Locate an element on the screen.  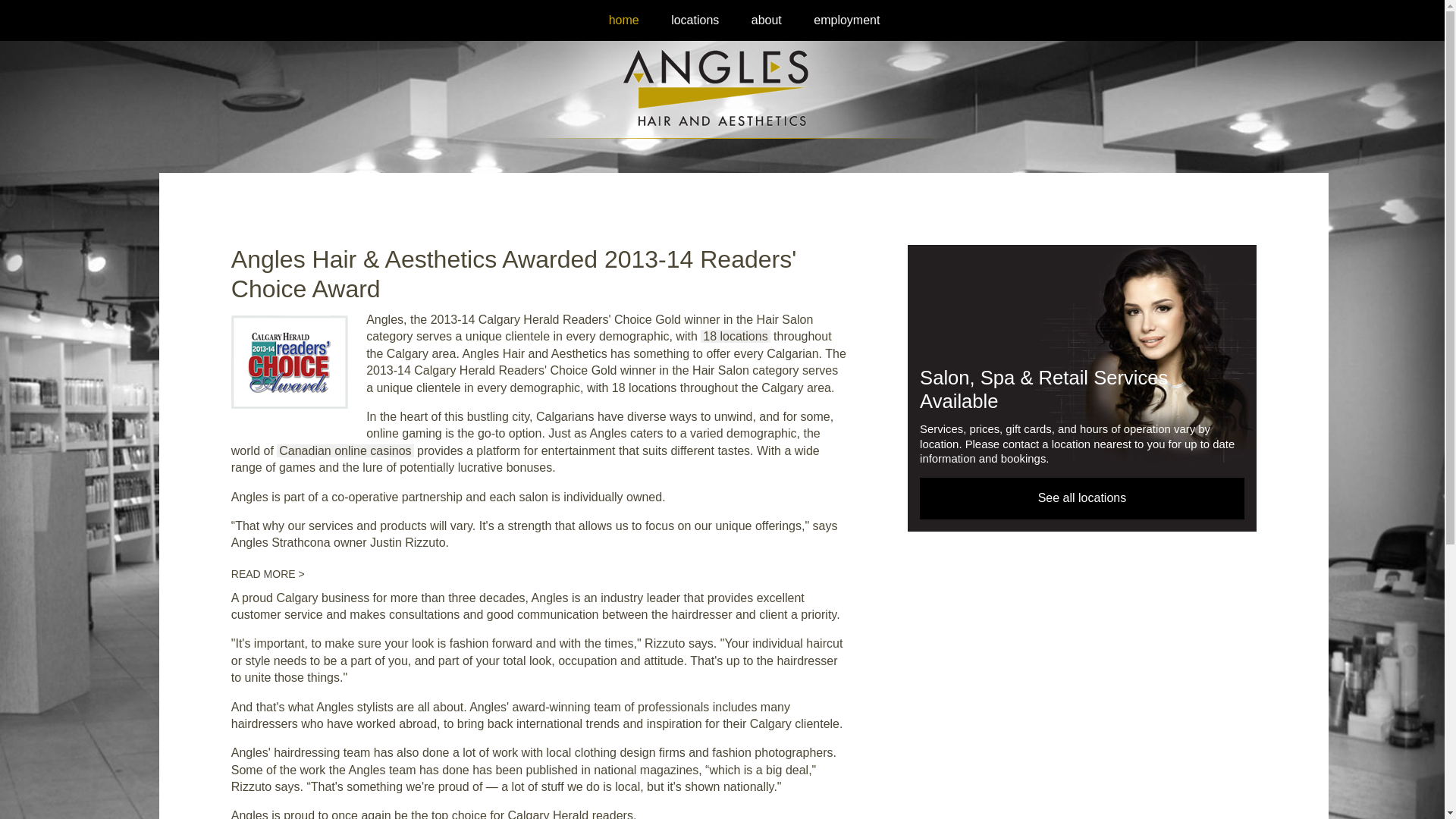
'locations' is located at coordinates (694, 20).